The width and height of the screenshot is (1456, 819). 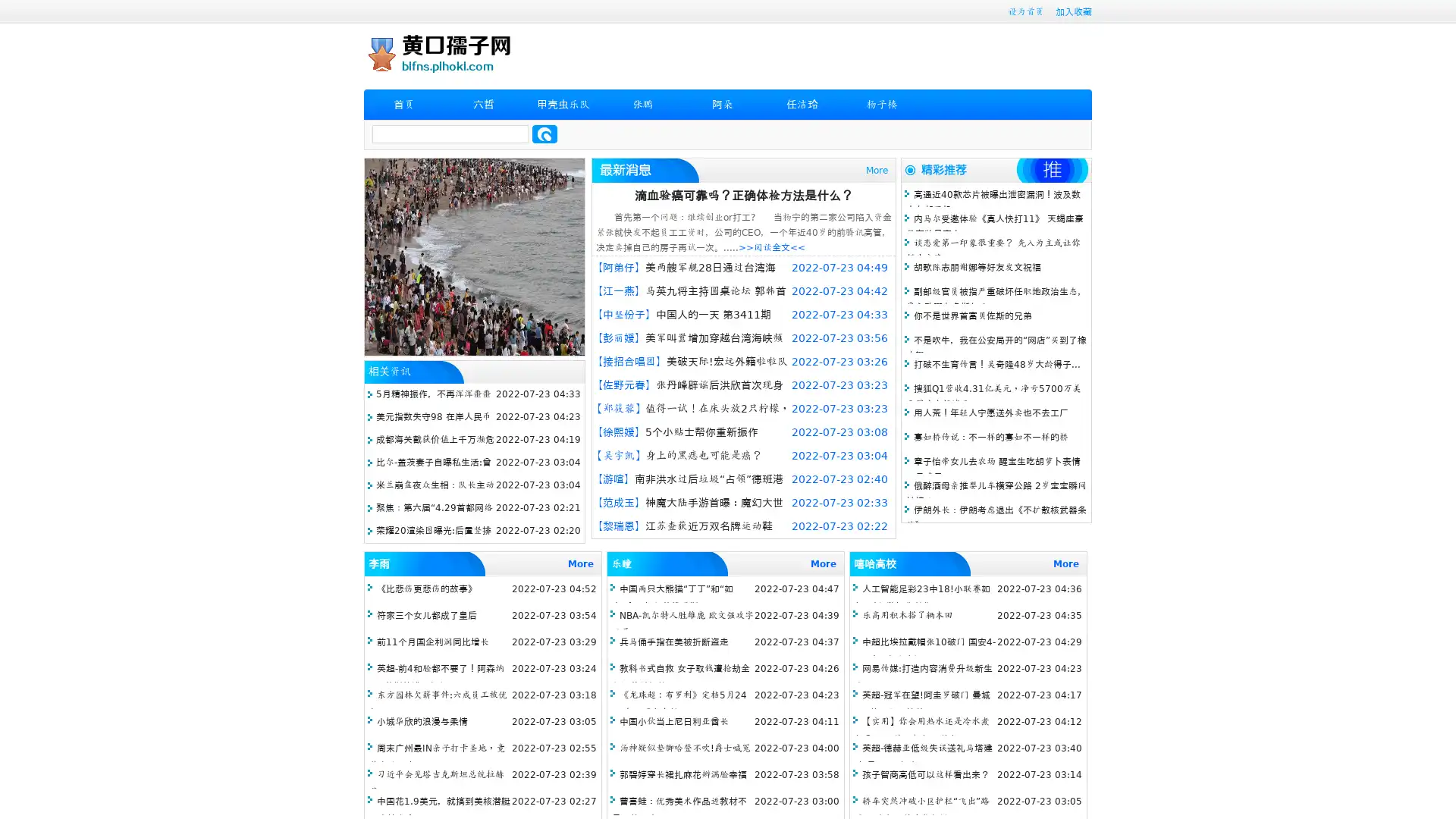 What do you see at coordinates (544, 133) in the screenshot?
I see `Search` at bounding box center [544, 133].